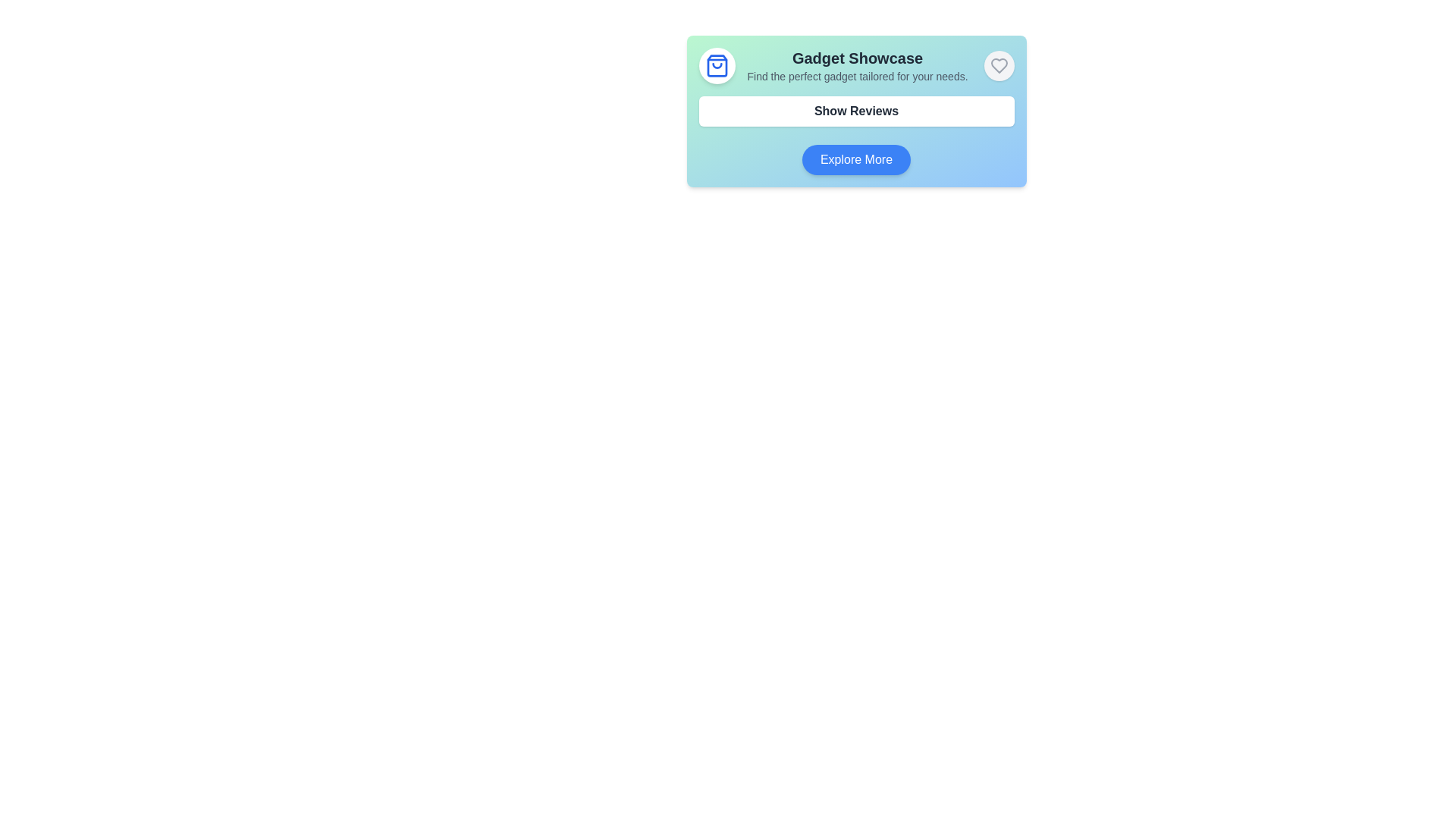  I want to click on the text display component titled 'Gadget Showcase' which includes a subtitle 'Find the perfect gadget tailored for your needs.', so click(858, 65).